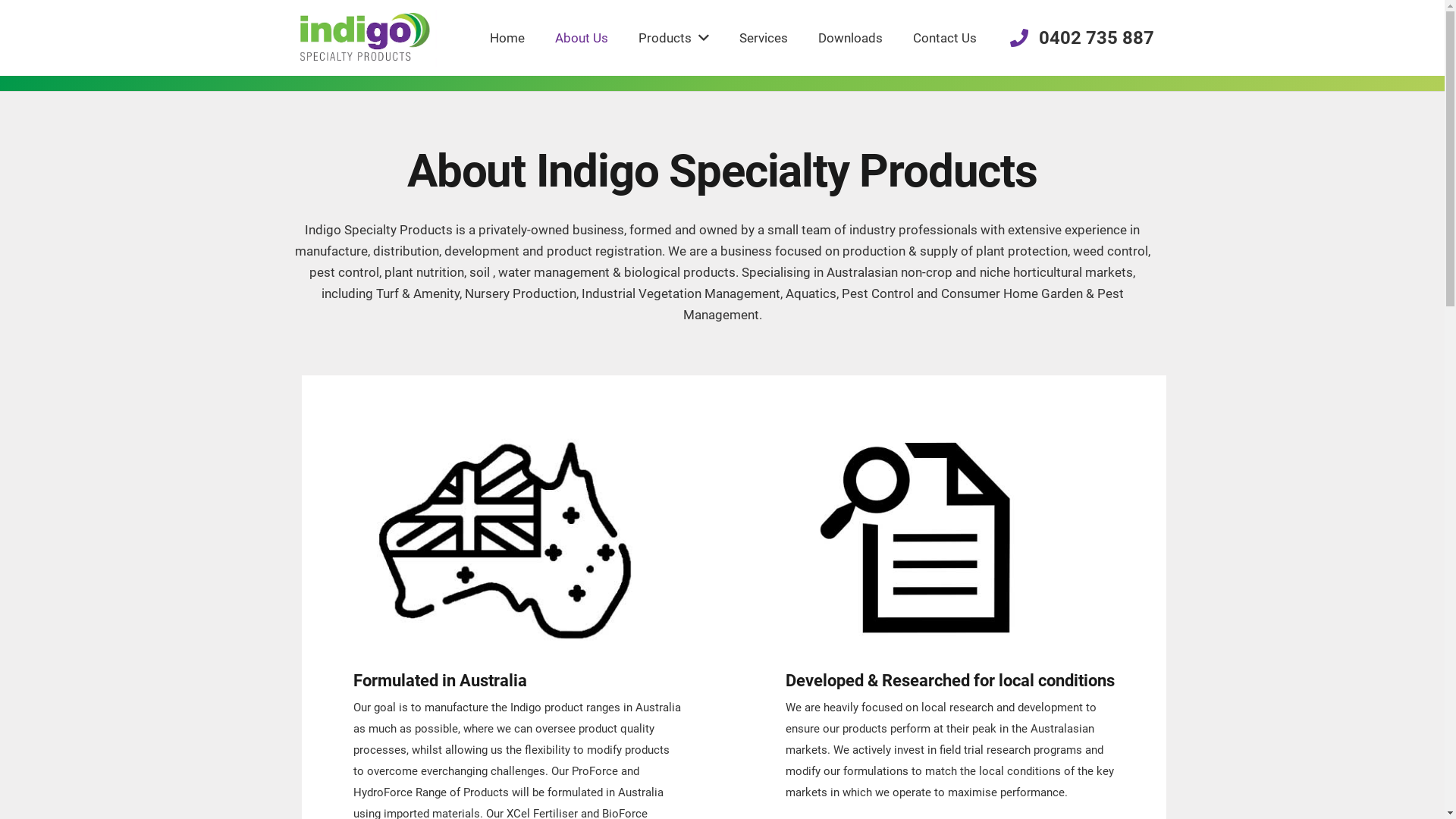  I want to click on 'Downloads', so click(850, 37).